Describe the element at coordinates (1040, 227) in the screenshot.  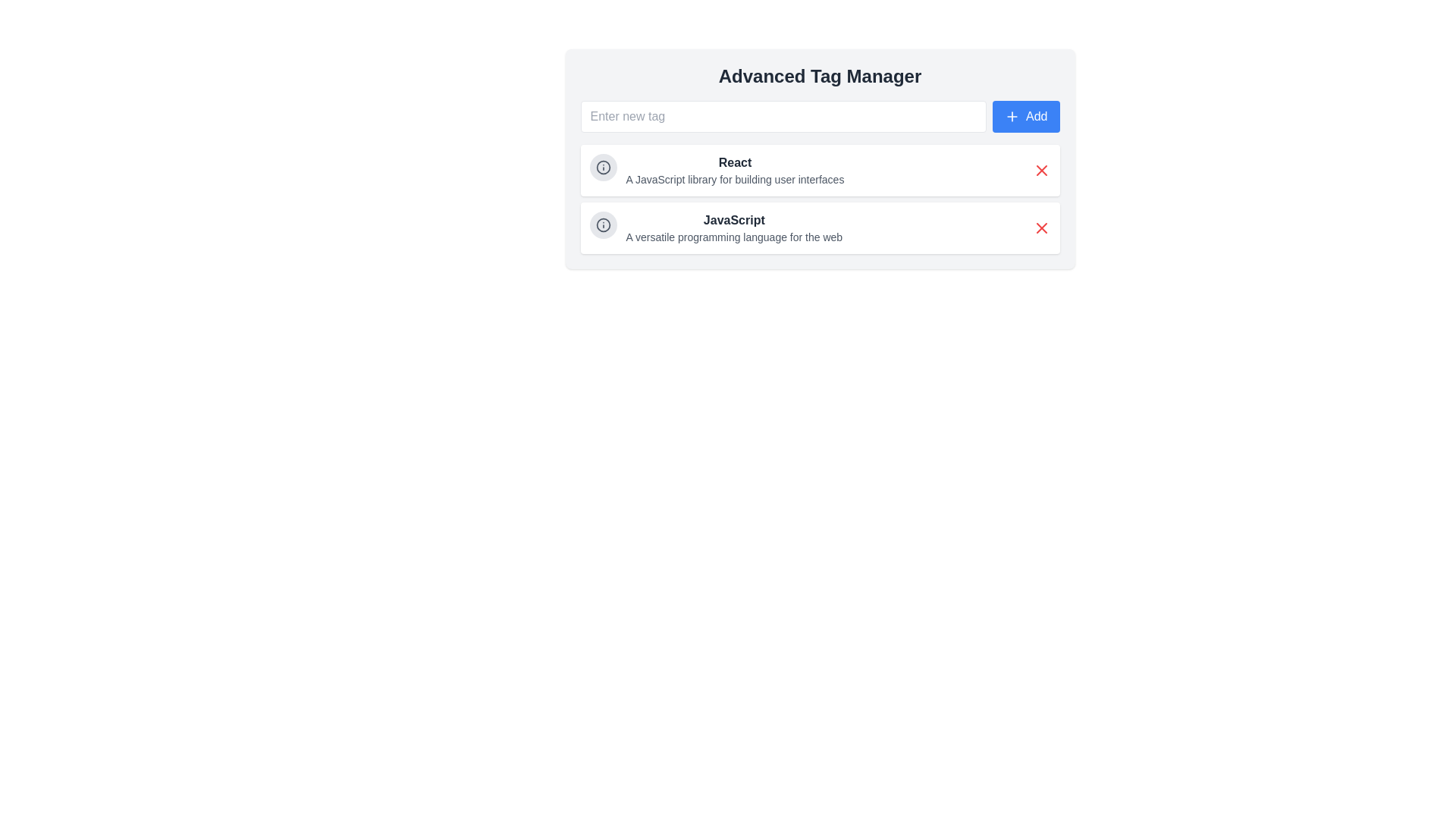
I see `the delete button associated with the tag 'JavaScript, A versatile programming language for the web'` at that location.